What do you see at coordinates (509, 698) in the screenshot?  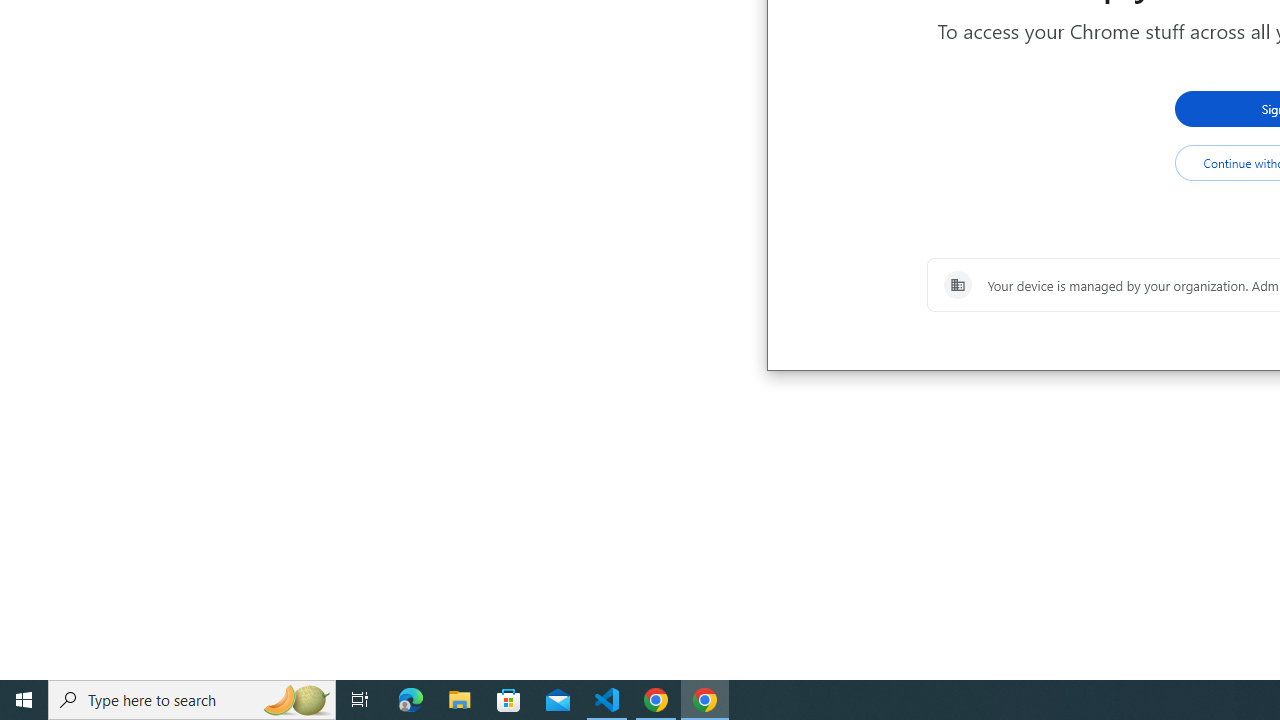 I see `'Microsoft Store'` at bounding box center [509, 698].